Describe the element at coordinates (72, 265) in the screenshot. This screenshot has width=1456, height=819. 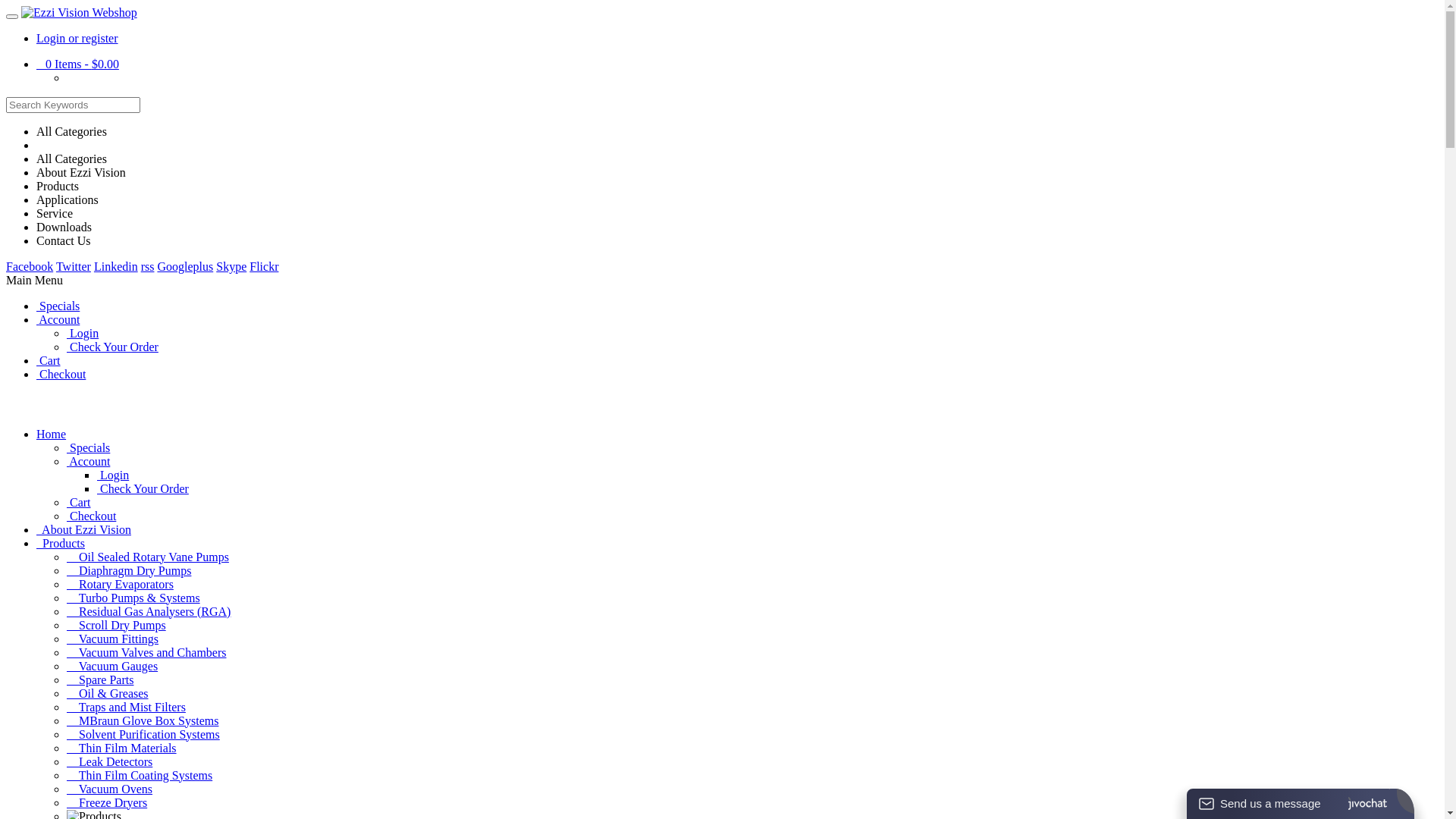
I see `'Twitter'` at that location.